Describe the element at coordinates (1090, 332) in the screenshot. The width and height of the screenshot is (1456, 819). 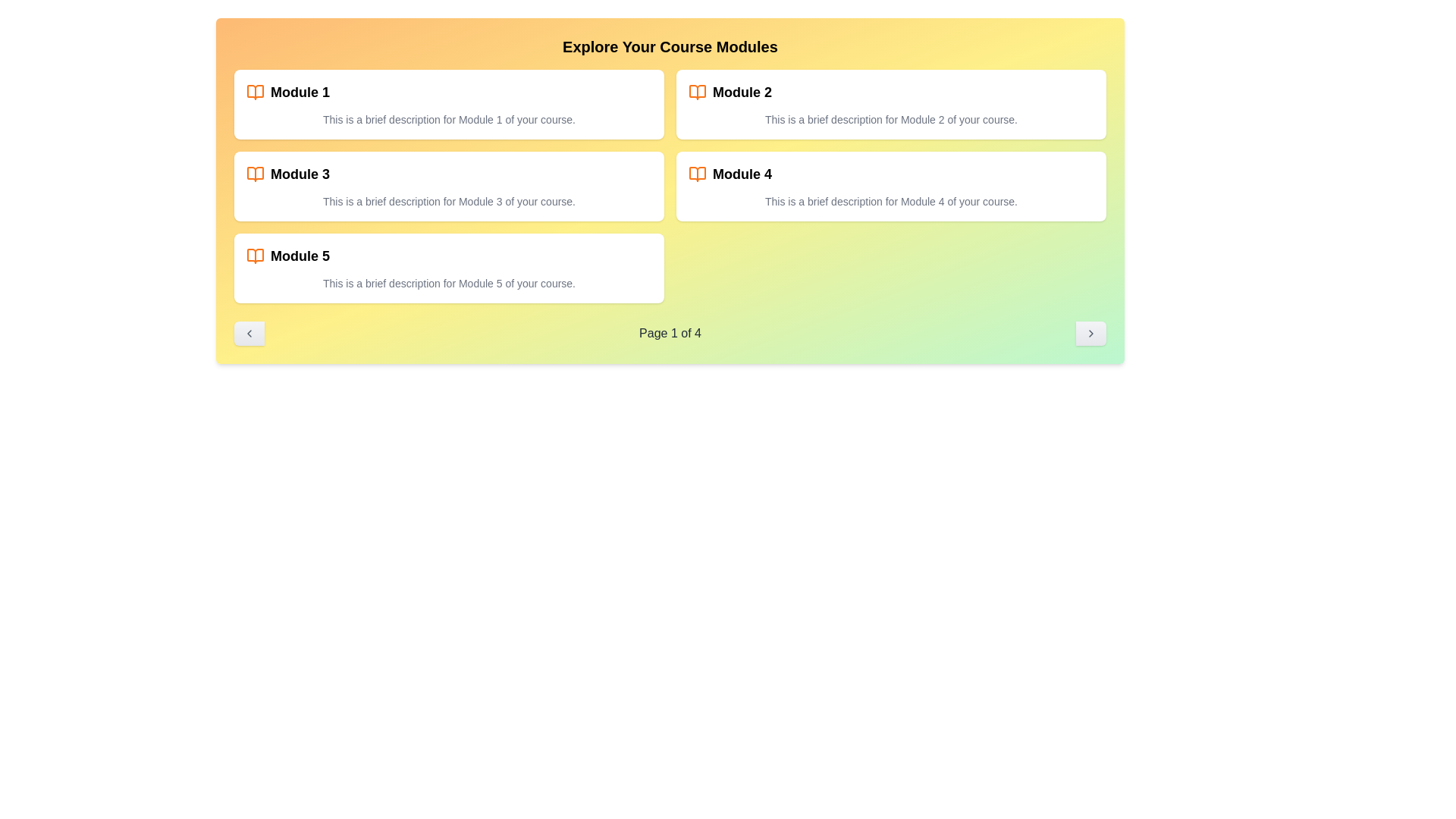
I see `the 'Next' button icon located at the bottom-right corner of the pagination interface` at that location.